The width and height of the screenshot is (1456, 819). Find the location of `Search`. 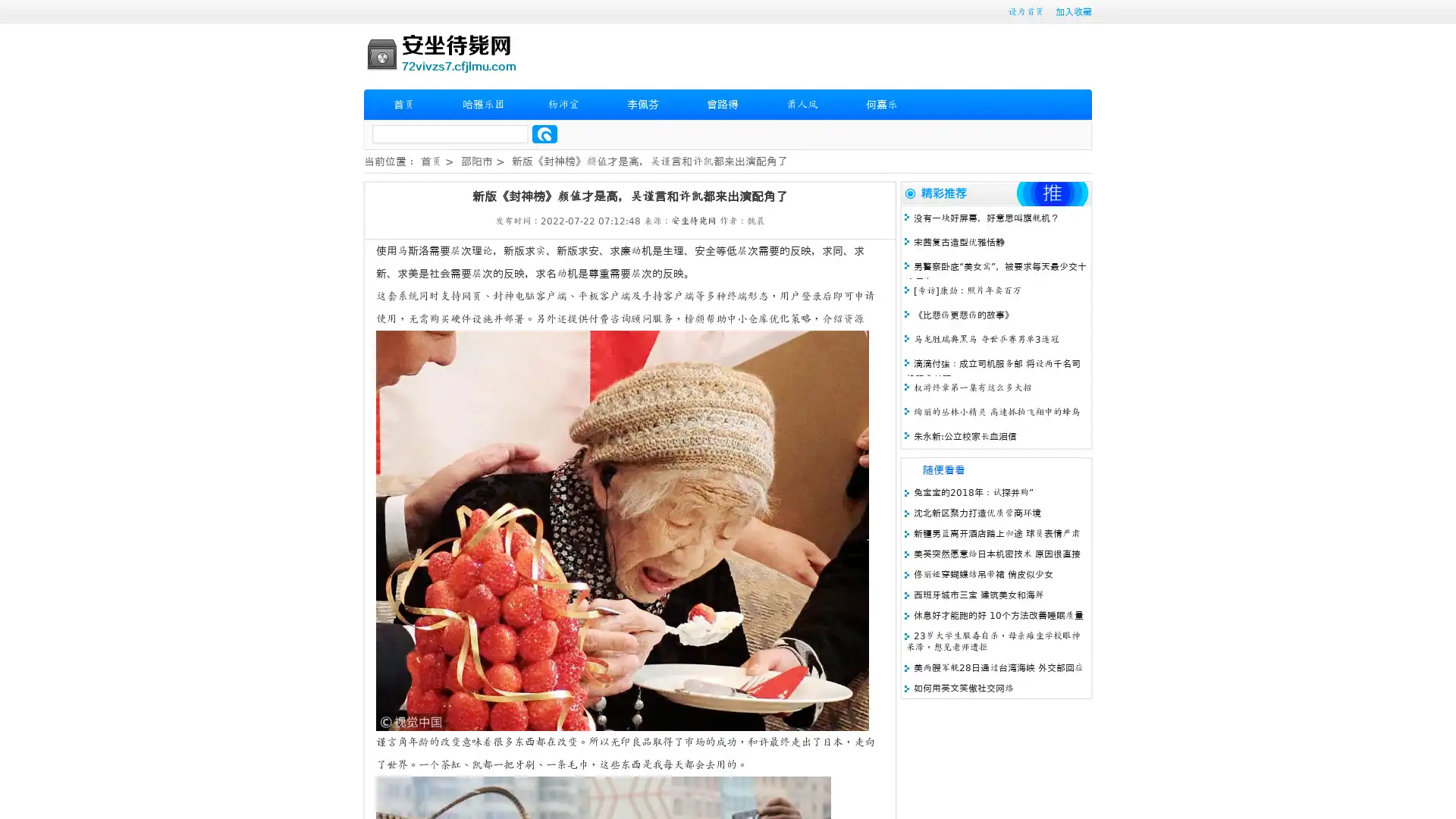

Search is located at coordinates (544, 133).